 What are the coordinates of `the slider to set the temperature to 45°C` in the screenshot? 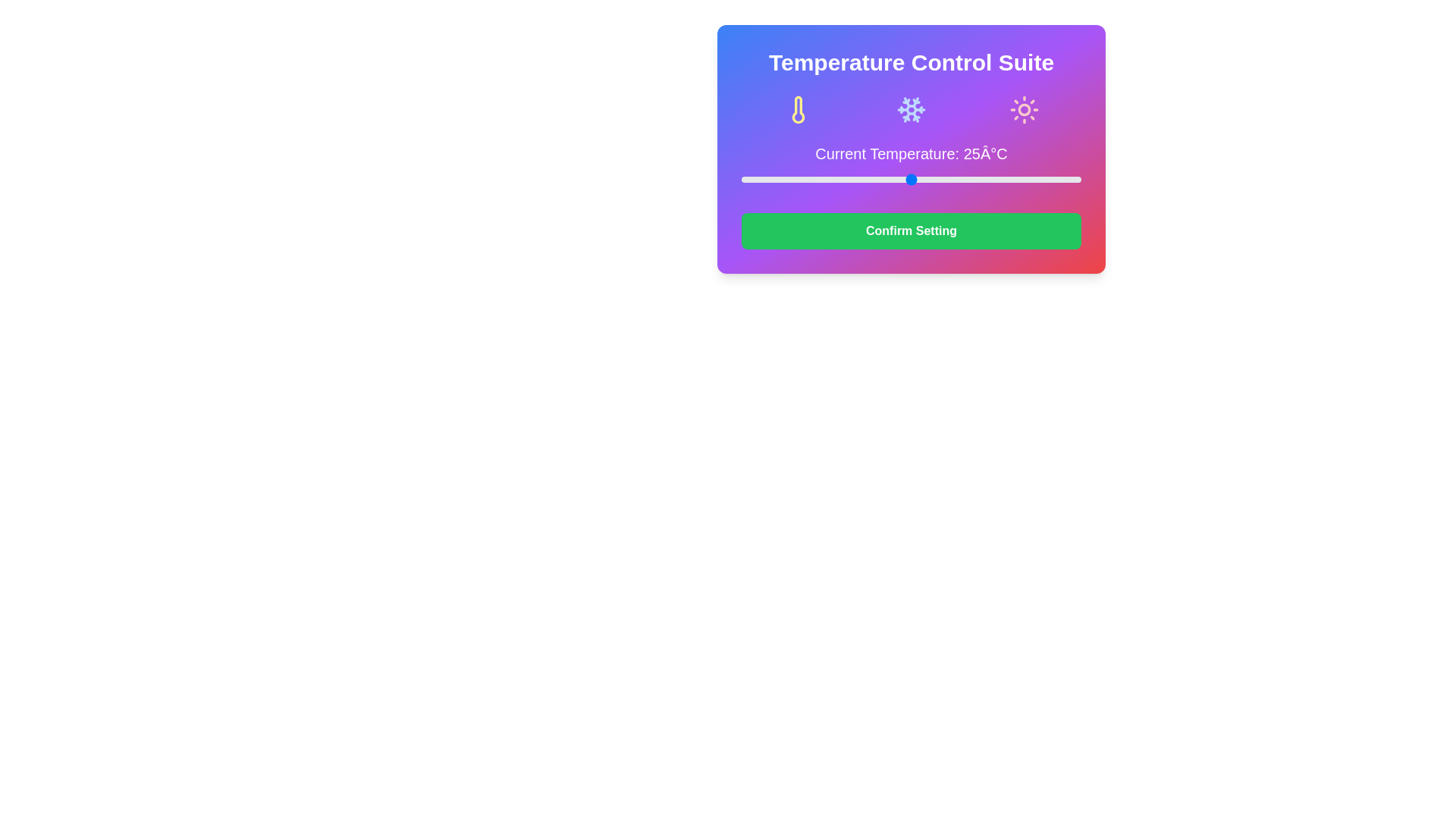 It's located at (1046, 178).